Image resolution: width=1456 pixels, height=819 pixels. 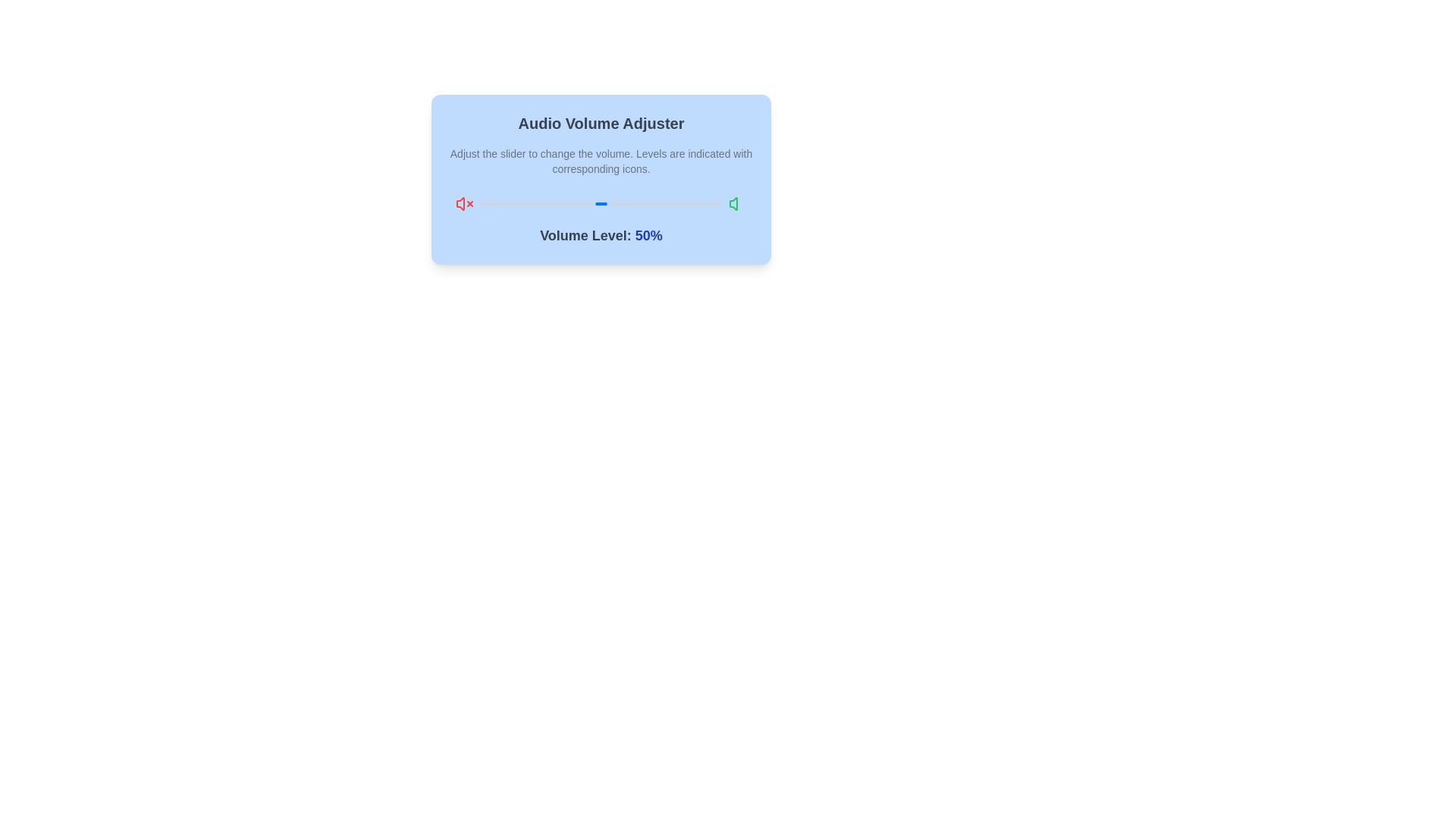 I want to click on the slider to set the volume to 97%, so click(x=714, y=203).